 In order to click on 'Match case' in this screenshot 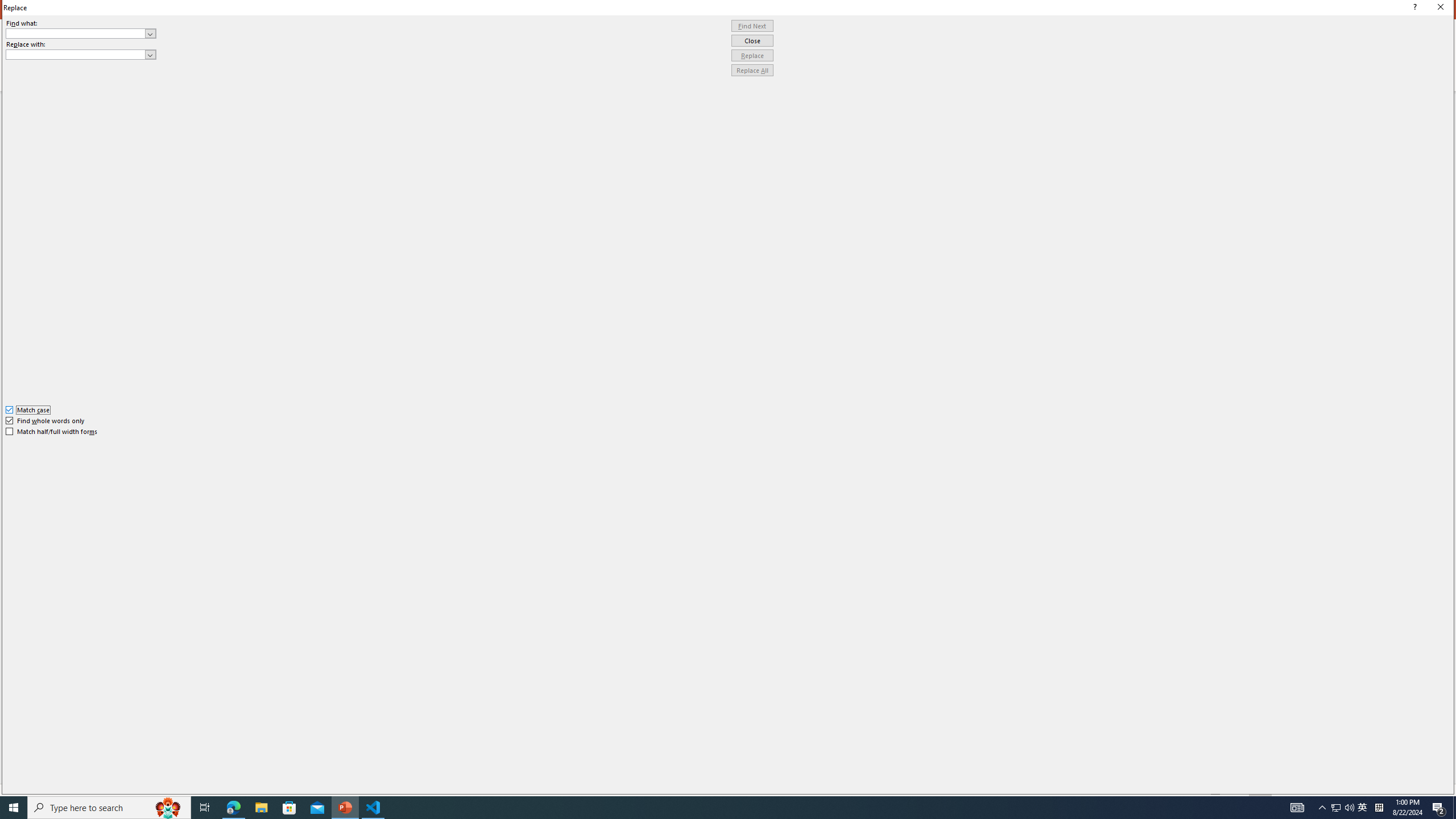, I will do `click(27, 409)`.